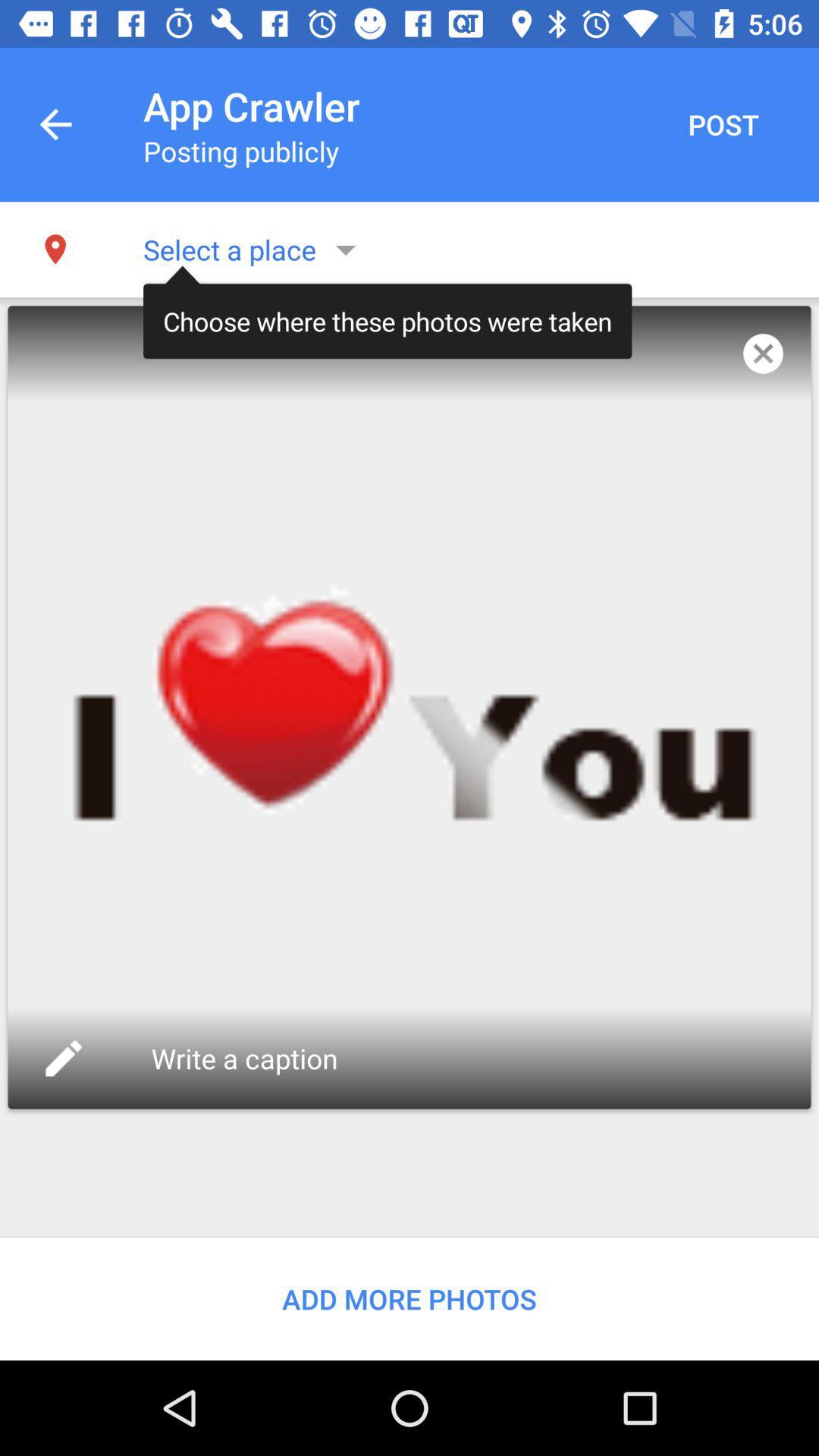 Image resolution: width=819 pixels, height=1456 pixels. Describe the element at coordinates (409, 1298) in the screenshot. I see `add more photos app` at that location.